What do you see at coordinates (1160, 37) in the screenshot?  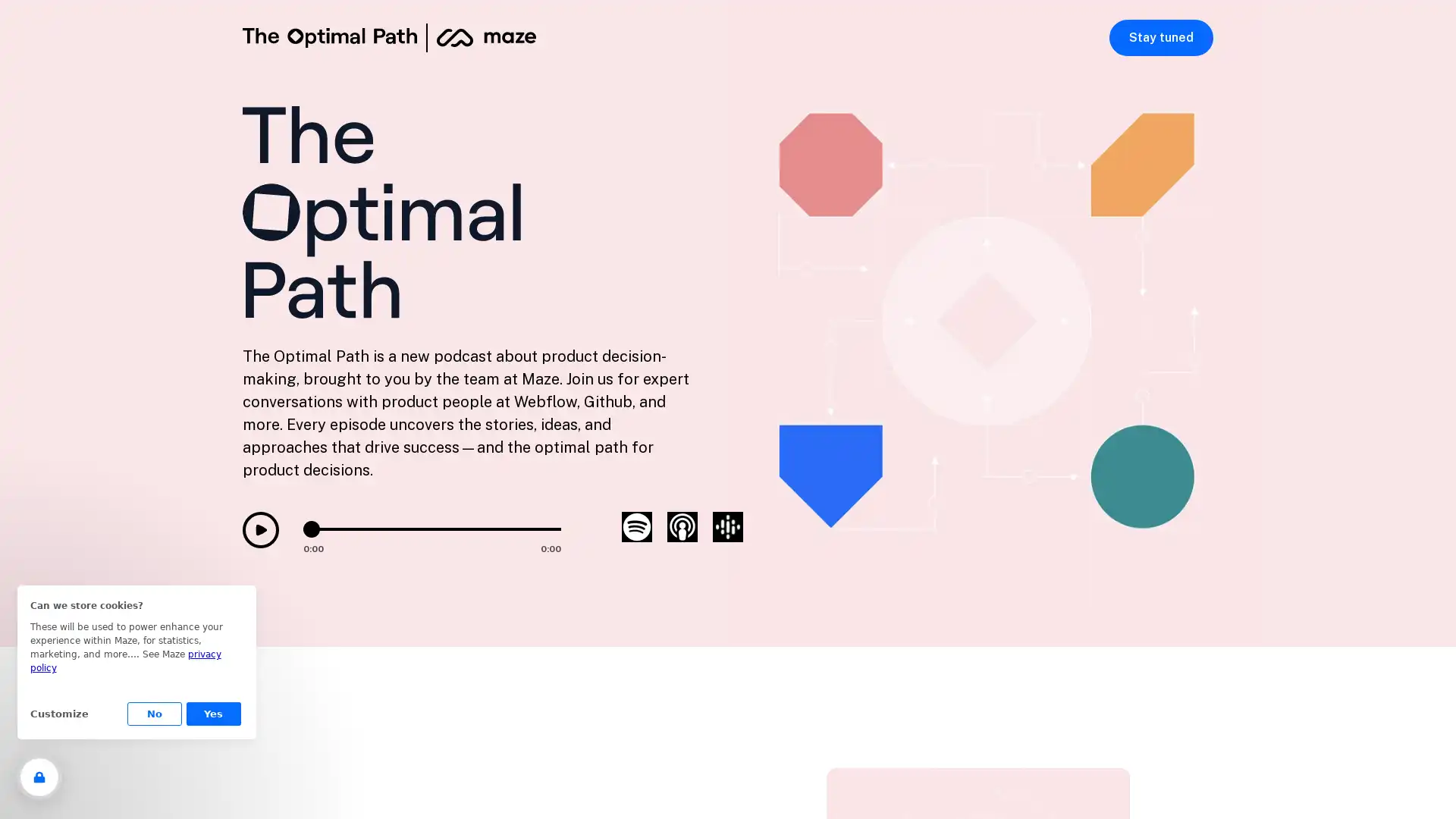 I see `Stay tuned` at bounding box center [1160, 37].